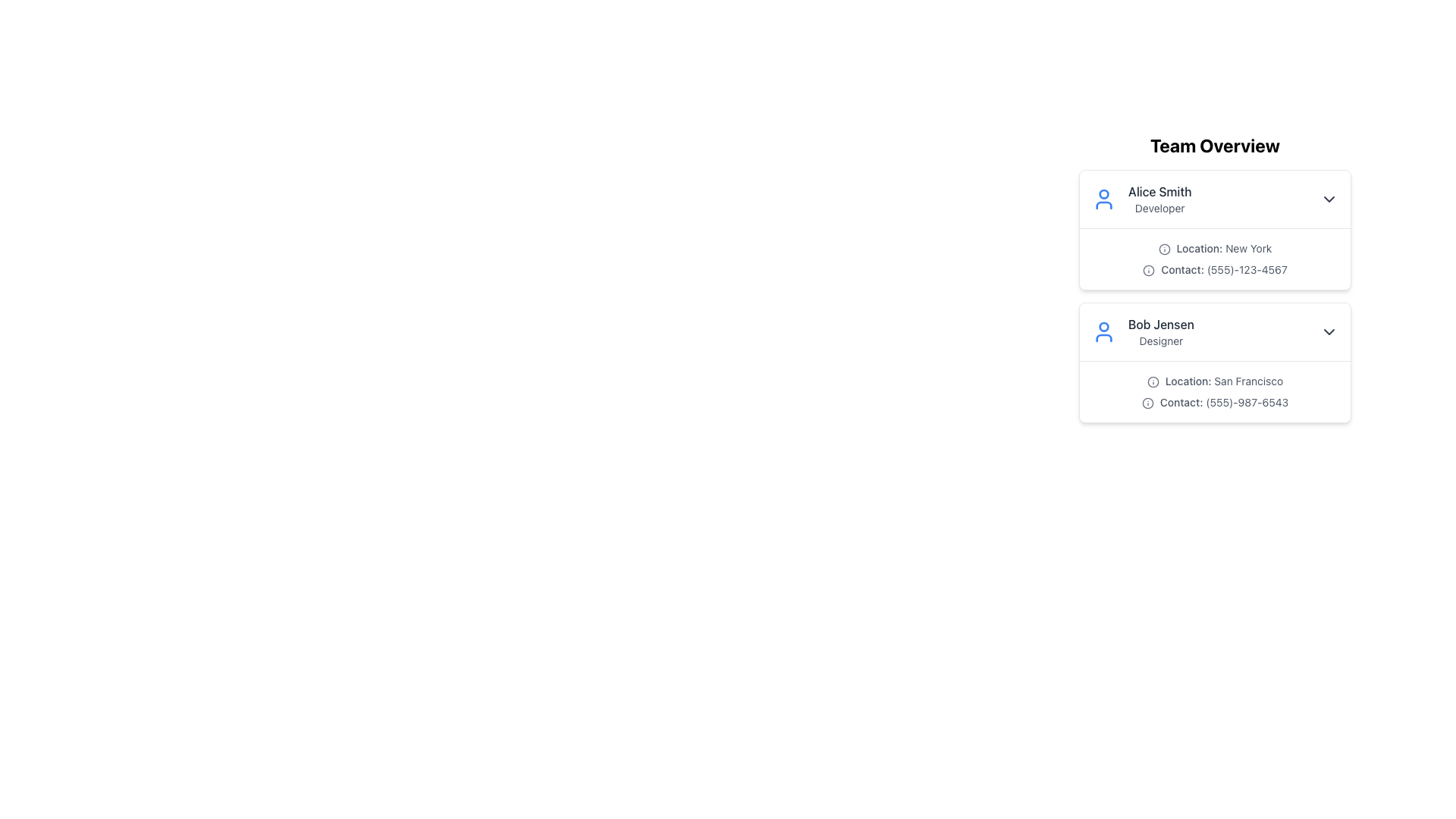 This screenshot has height=819, width=1456. I want to click on gray circular icon located to the left of the text 'Location: New York' in the upper card for 'Alice Smith', so click(1163, 249).